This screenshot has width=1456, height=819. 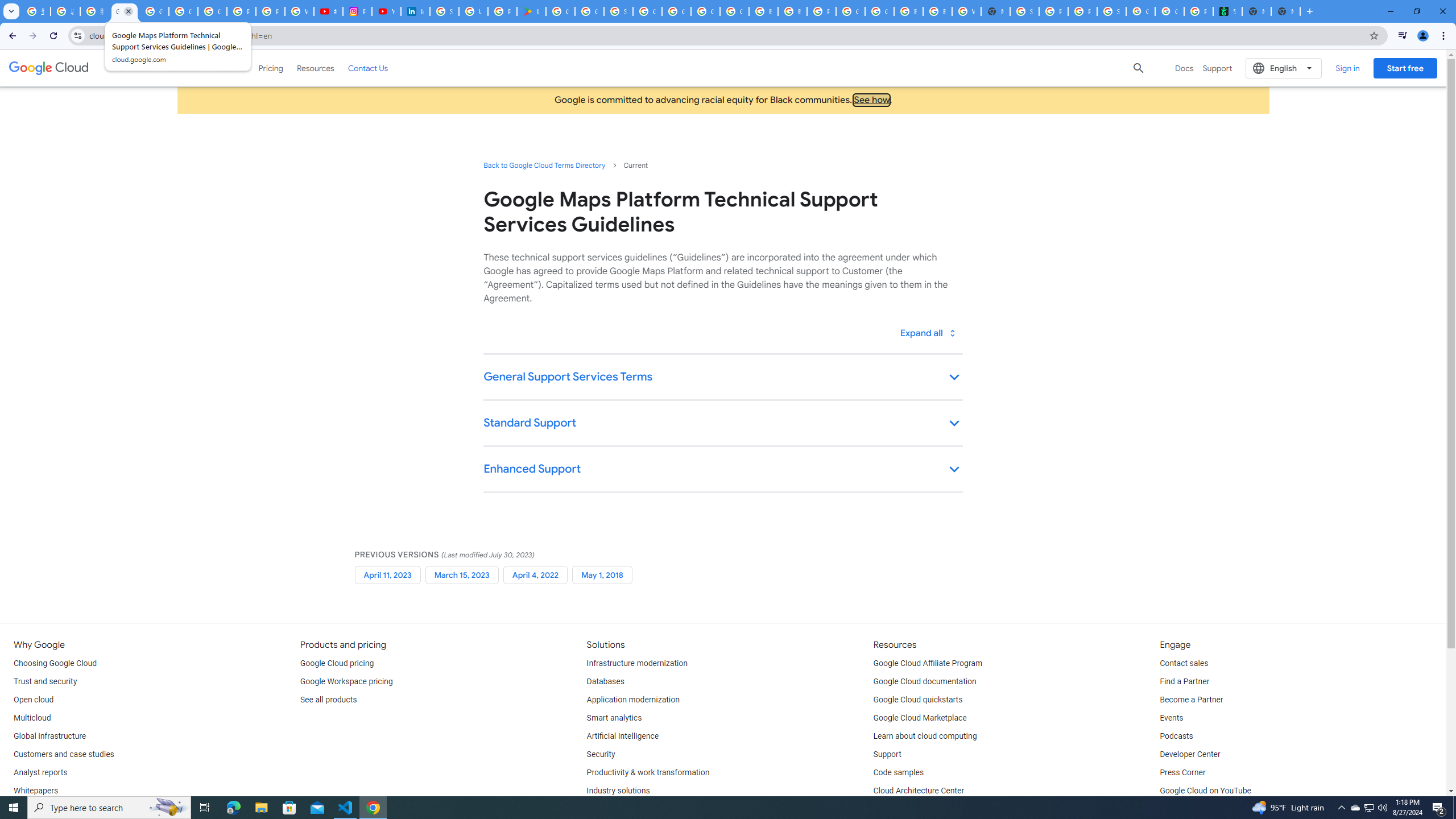 What do you see at coordinates (1170, 717) in the screenshot?
I see `'Events'` at bounding box center [1170, 717].